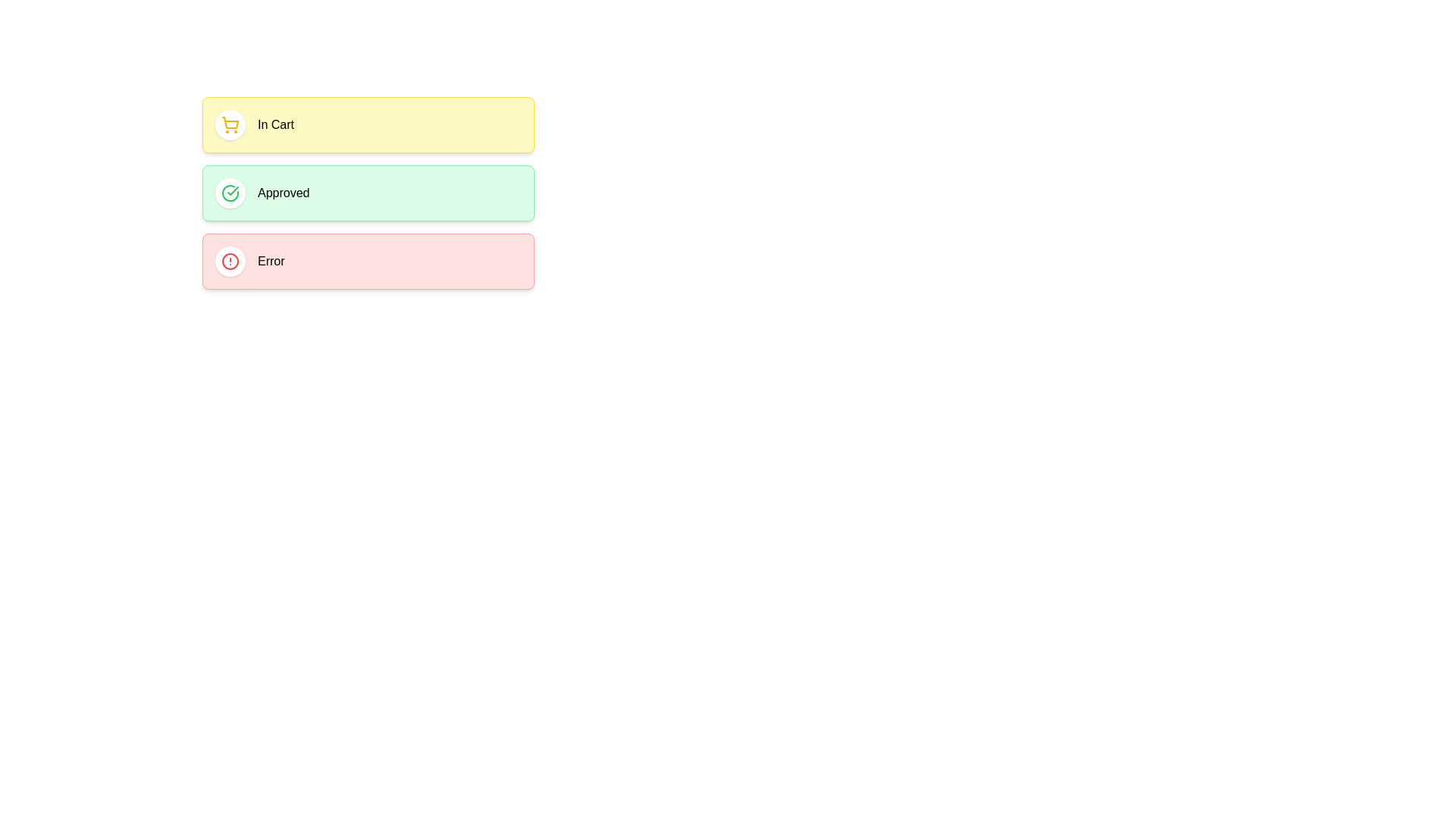 The image size is (1456, 819). What do you see at coordinates (368, 192) in the screenshot?
I see `the approved status indicator block, which is the second item in a vertical list layout, positioned below the 'In Cart' element and above the 'Error' element` at bounding box center [368, 192].